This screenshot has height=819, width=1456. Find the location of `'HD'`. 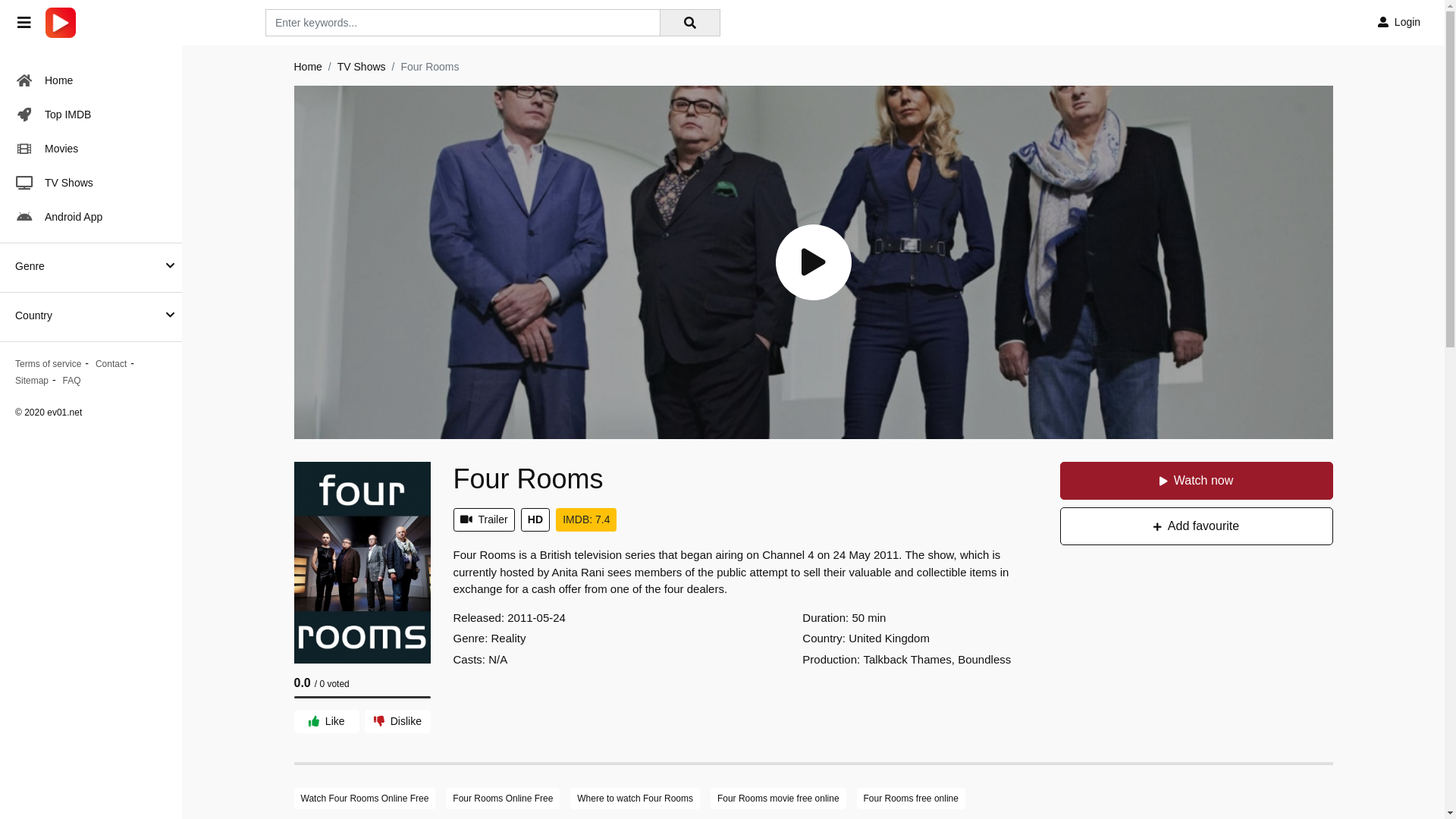

'HD' is located at coordinates (535, 519).